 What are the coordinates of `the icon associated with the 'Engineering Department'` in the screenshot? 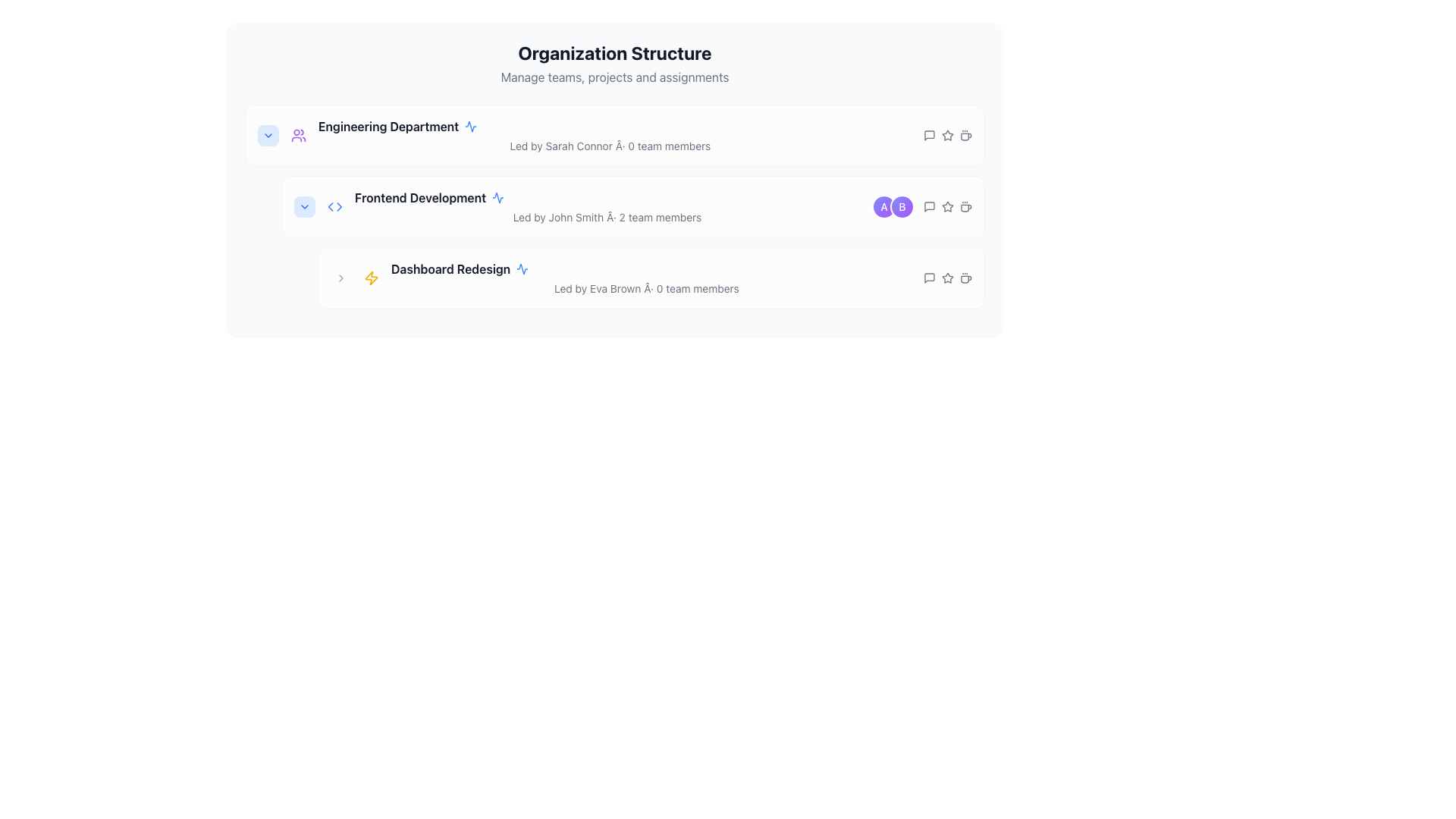 It's located at (470, 125).